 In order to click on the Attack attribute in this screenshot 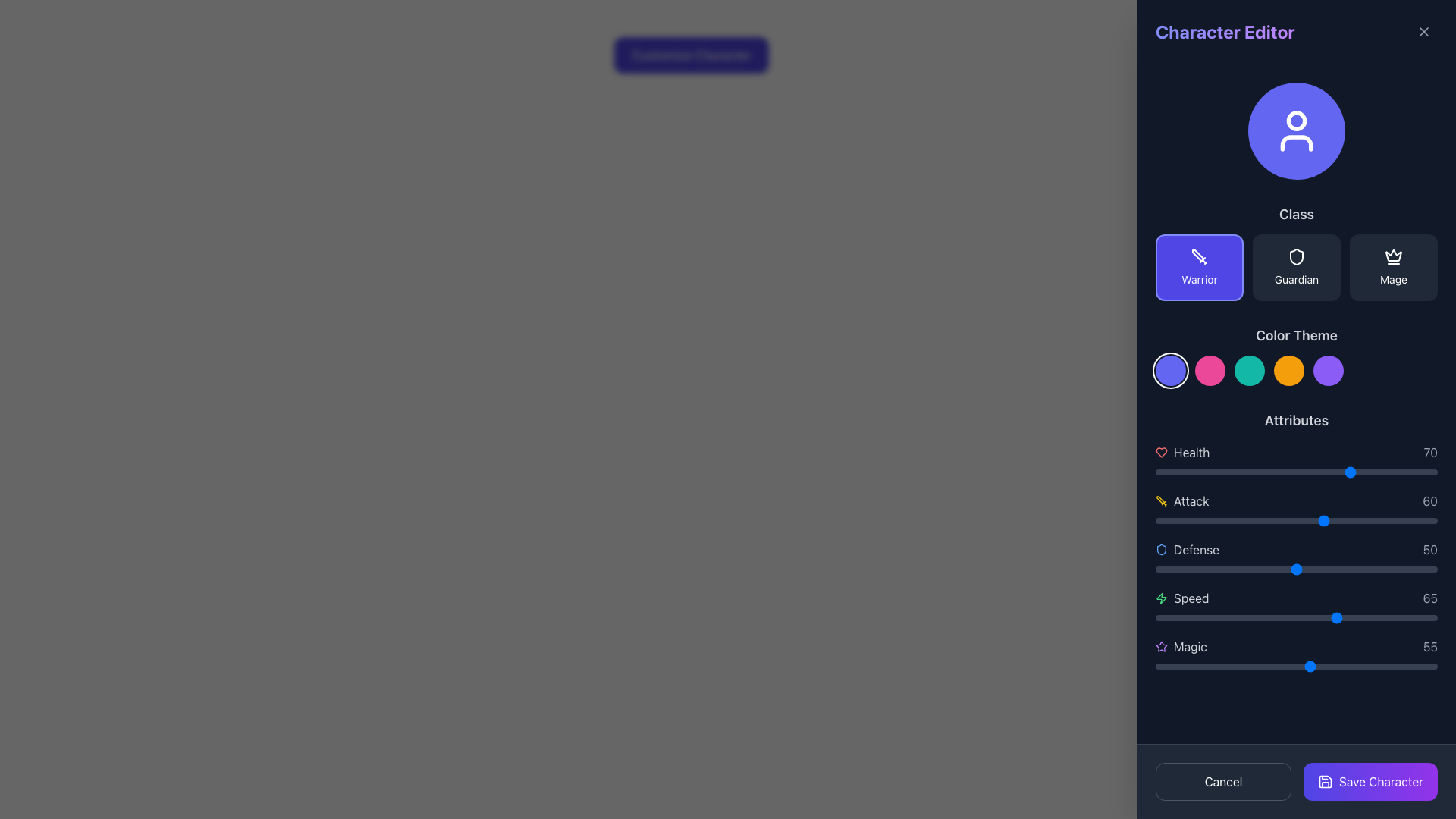, I will do `click(1240, 519)`.